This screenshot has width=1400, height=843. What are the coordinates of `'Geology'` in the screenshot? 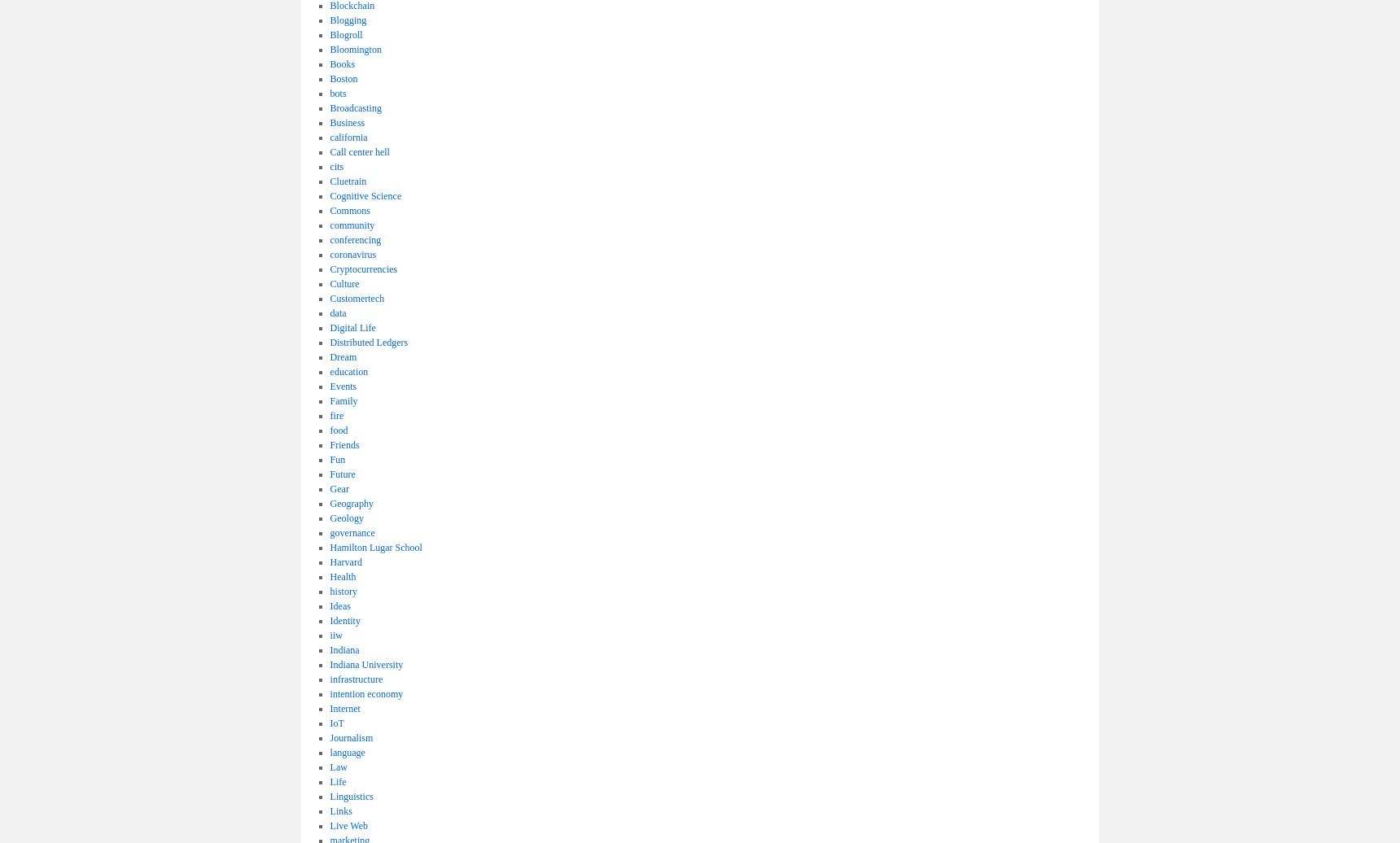 It's located at (330, 518).